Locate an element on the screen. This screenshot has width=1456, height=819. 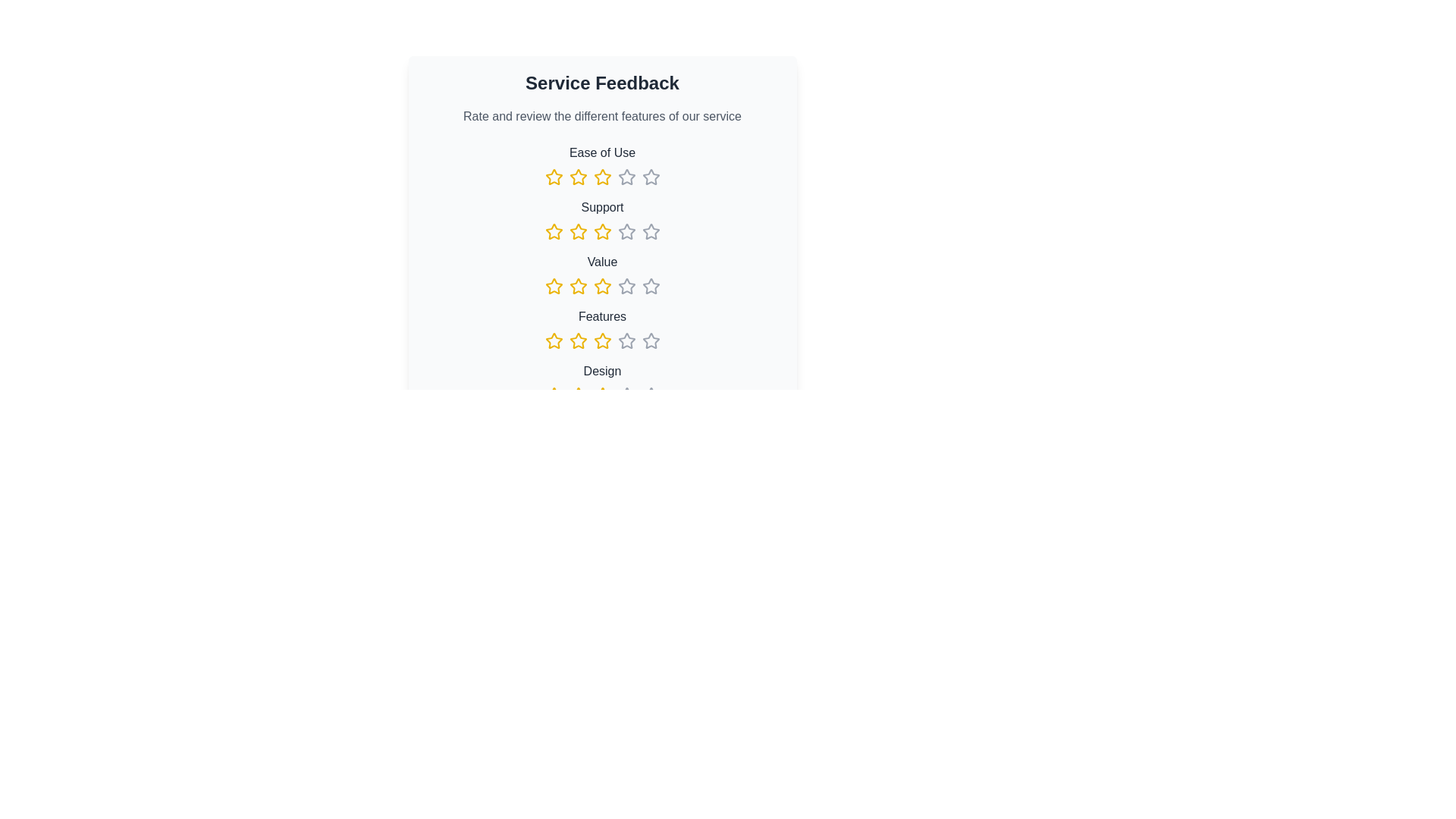
the fourth star icon in the second row of star ratings, labeled 'Support', to assign a rating is located at coordinates (651, 231).